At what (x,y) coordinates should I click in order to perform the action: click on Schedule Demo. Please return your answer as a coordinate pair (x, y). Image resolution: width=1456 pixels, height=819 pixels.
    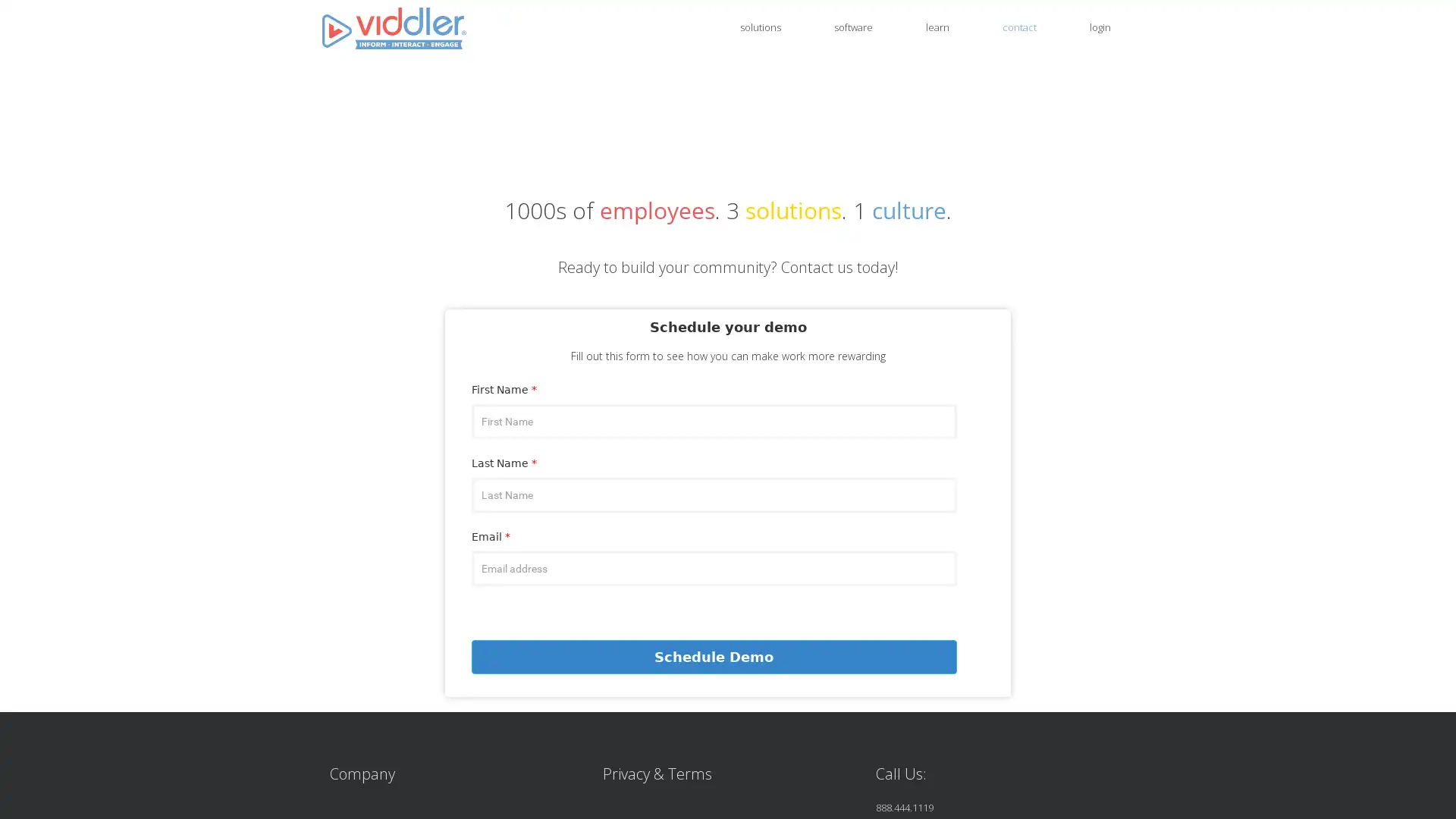
    Looking at the image, I should click on (713, 655).